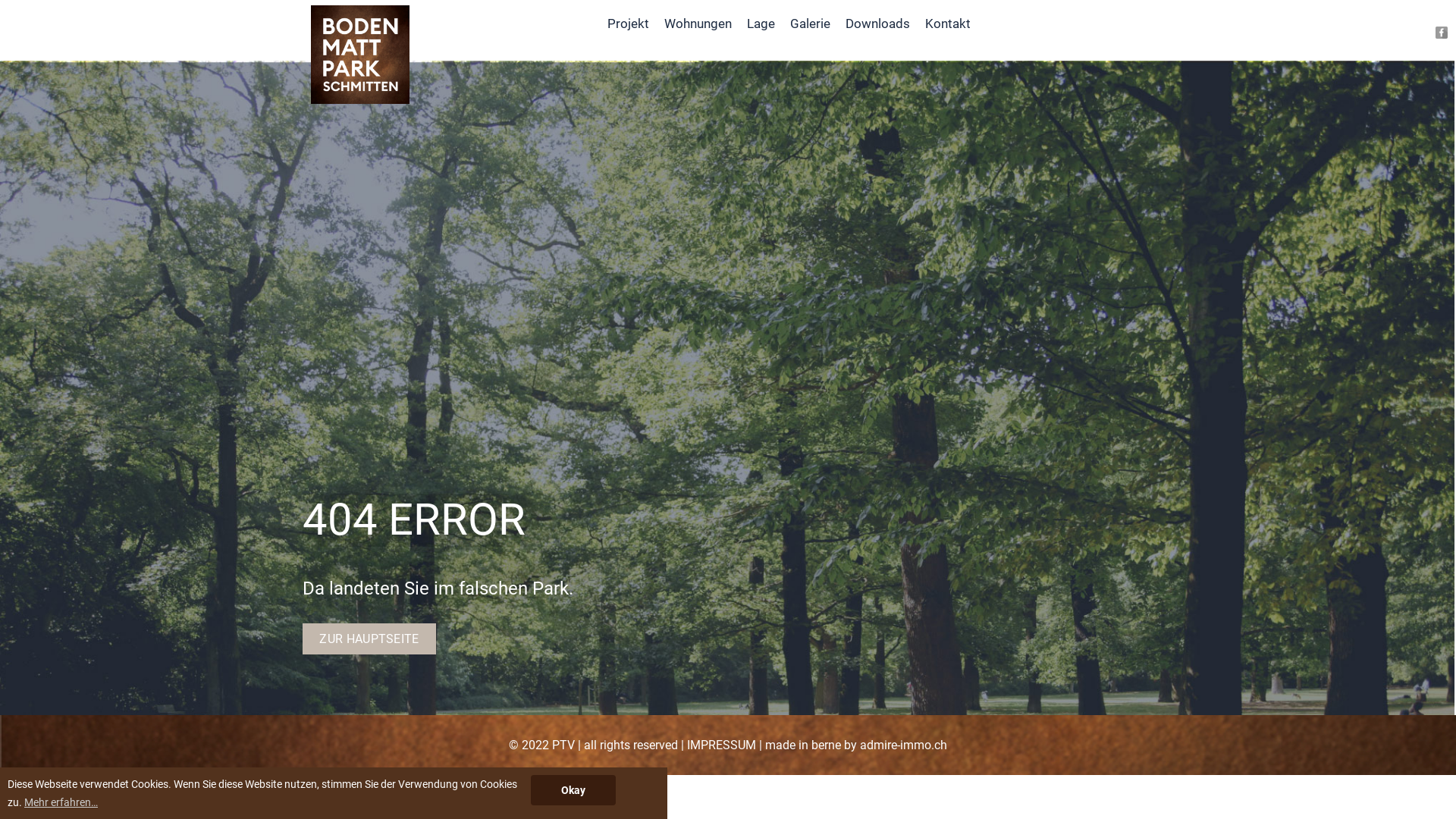 This screenshot has width=1456, height=819. What do you see at coordinates (946, 23) in the screenshot?
I see `'Kontakt'` at bounding box center [946, 23].